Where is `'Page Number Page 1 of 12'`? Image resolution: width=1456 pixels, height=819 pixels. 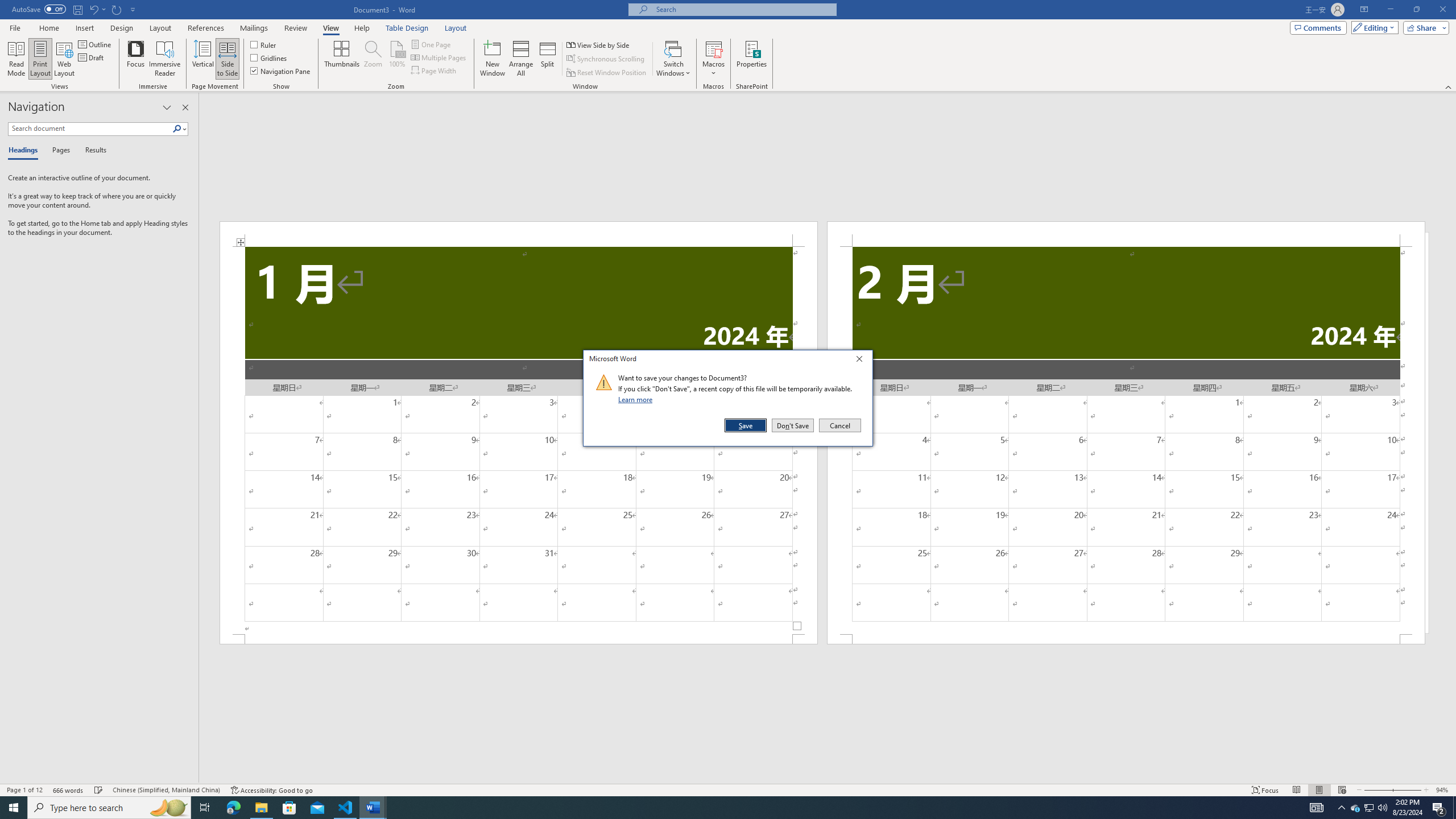 'Page Number Page 1 of 12' is located at coordinates (24, 790).